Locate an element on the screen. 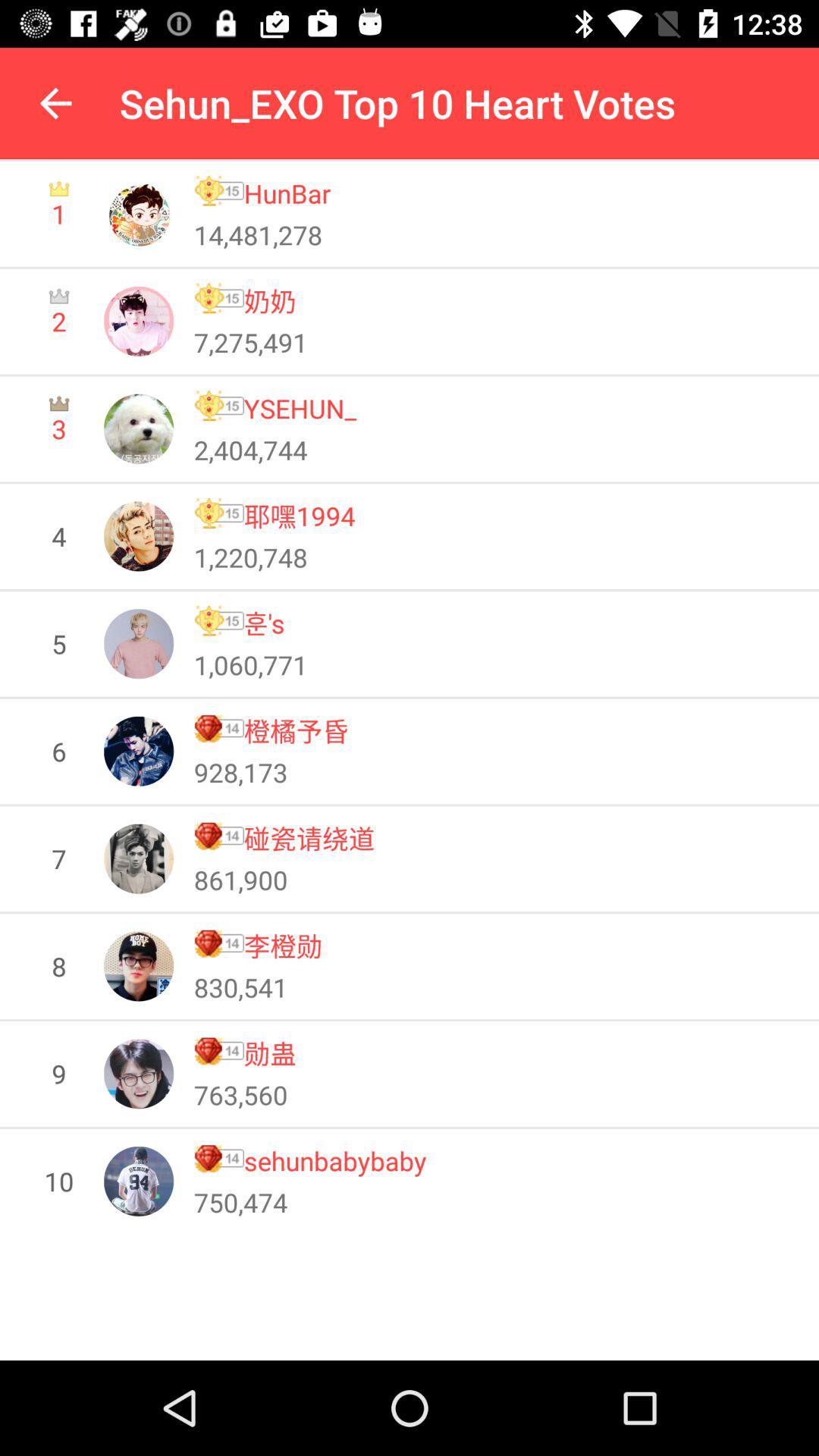  3 item is located at coordinates (58, 428).